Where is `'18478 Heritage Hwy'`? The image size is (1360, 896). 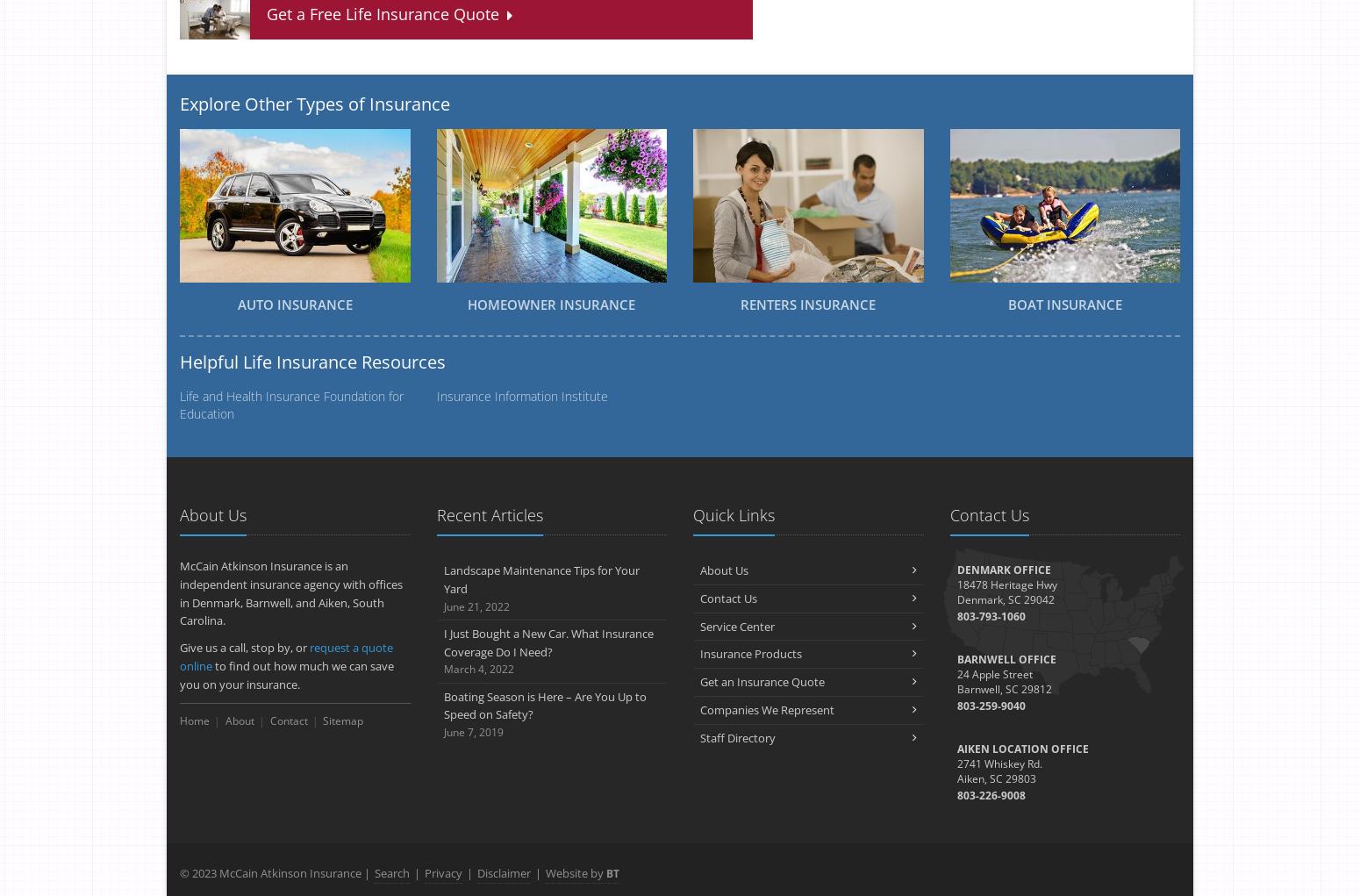
'18478 Heritage Hwy' is located at coordinates (955, 584).